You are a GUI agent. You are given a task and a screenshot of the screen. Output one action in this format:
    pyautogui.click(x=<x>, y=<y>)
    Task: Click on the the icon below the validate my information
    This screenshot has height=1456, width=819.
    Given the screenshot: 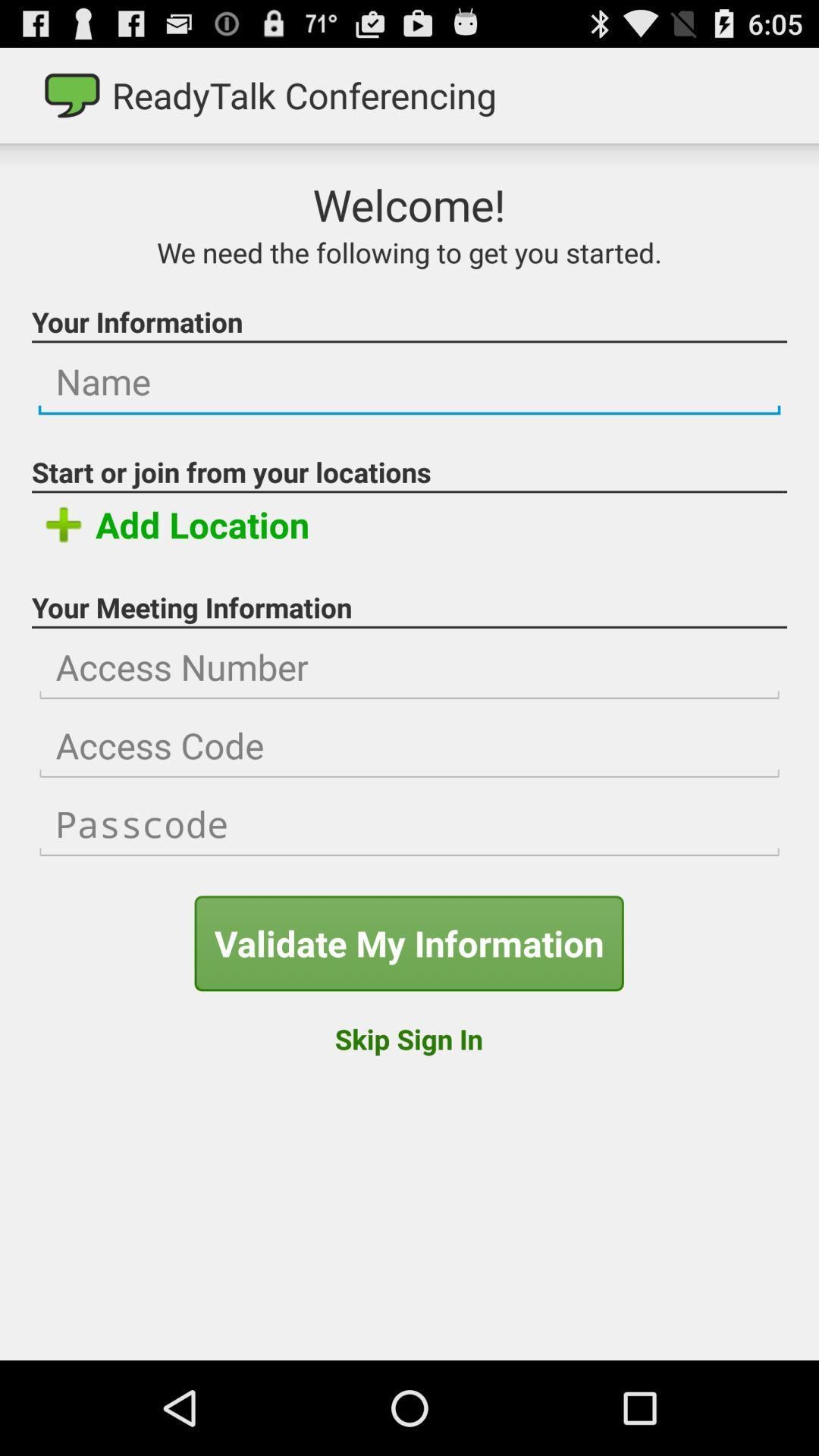 What is the action you would take?
    pyautogui.click(x=408, y=1038)
    